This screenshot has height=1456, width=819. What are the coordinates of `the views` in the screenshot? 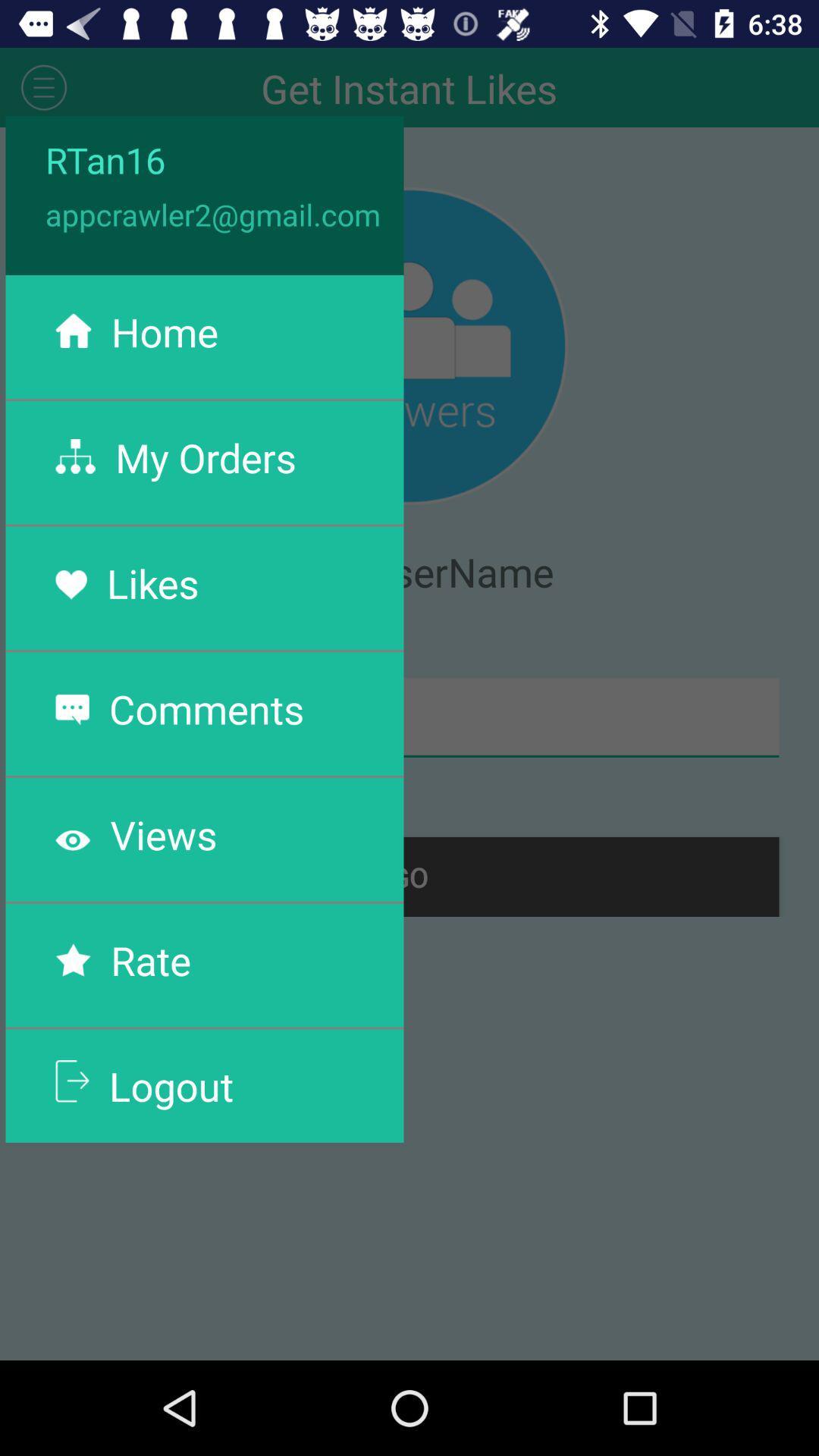 It's located at (164, 833).